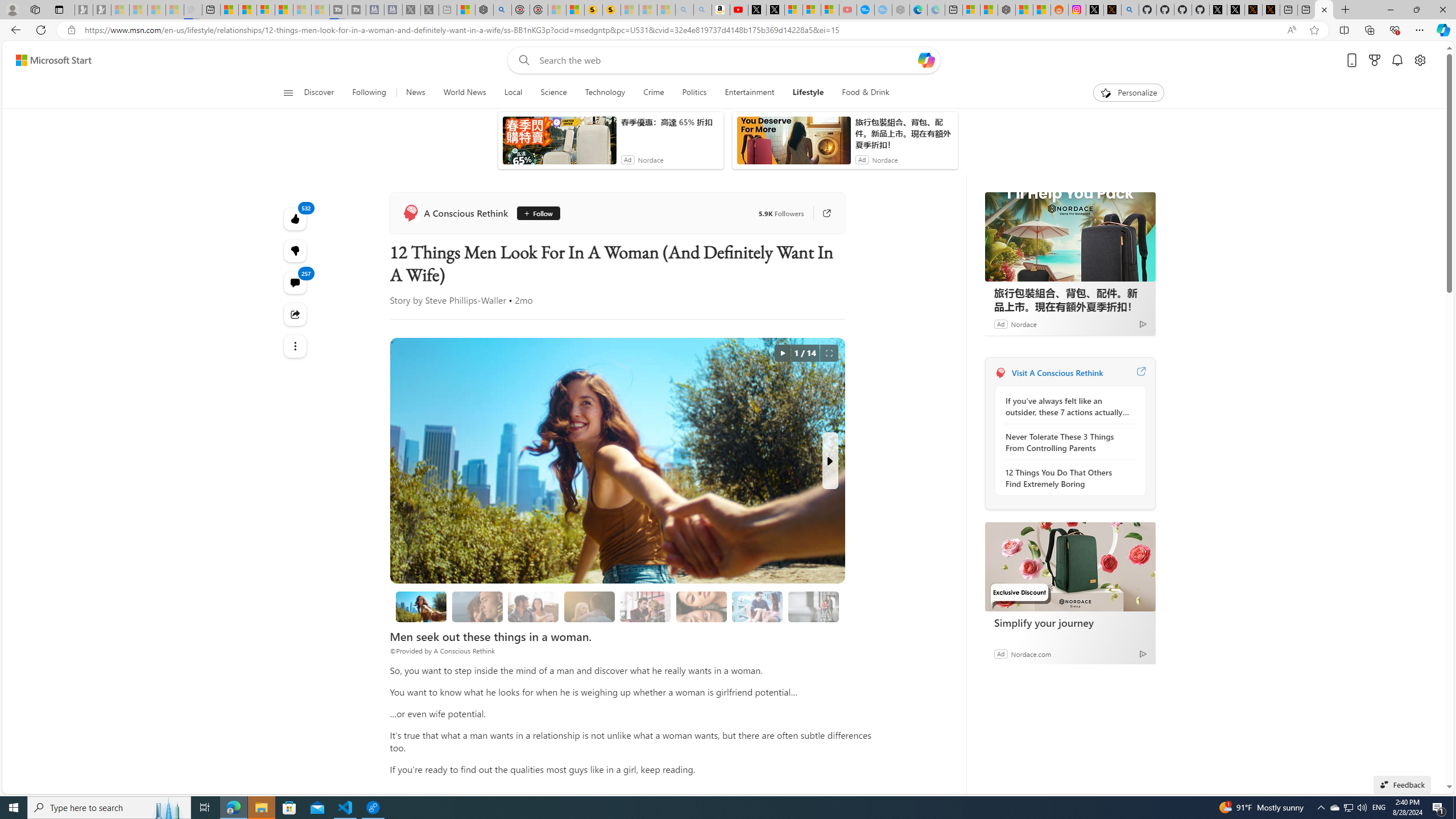 This screenshot has width=1456, height=819. What do you see at coordinates (883, 9) in the screenshot?
I see `'Nordace - Nordace has arrived Hong Kong - Sleeping'` at bounding box center [883, 9].